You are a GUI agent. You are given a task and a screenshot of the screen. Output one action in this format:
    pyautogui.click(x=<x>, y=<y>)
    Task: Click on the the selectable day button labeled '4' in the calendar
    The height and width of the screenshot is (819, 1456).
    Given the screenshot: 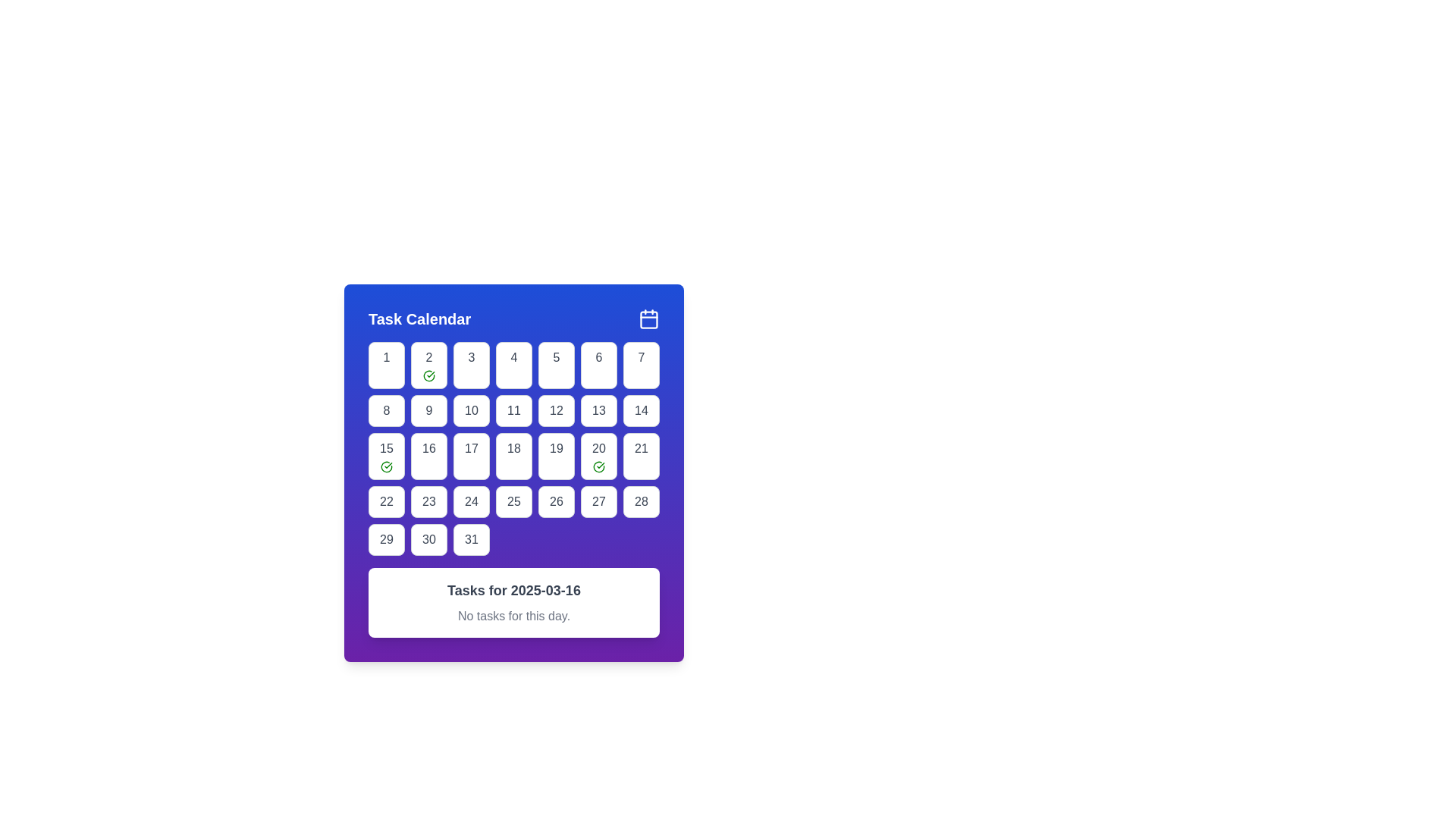 What is the action you would take?
    pyautogui.click(x=513, y=366)
    